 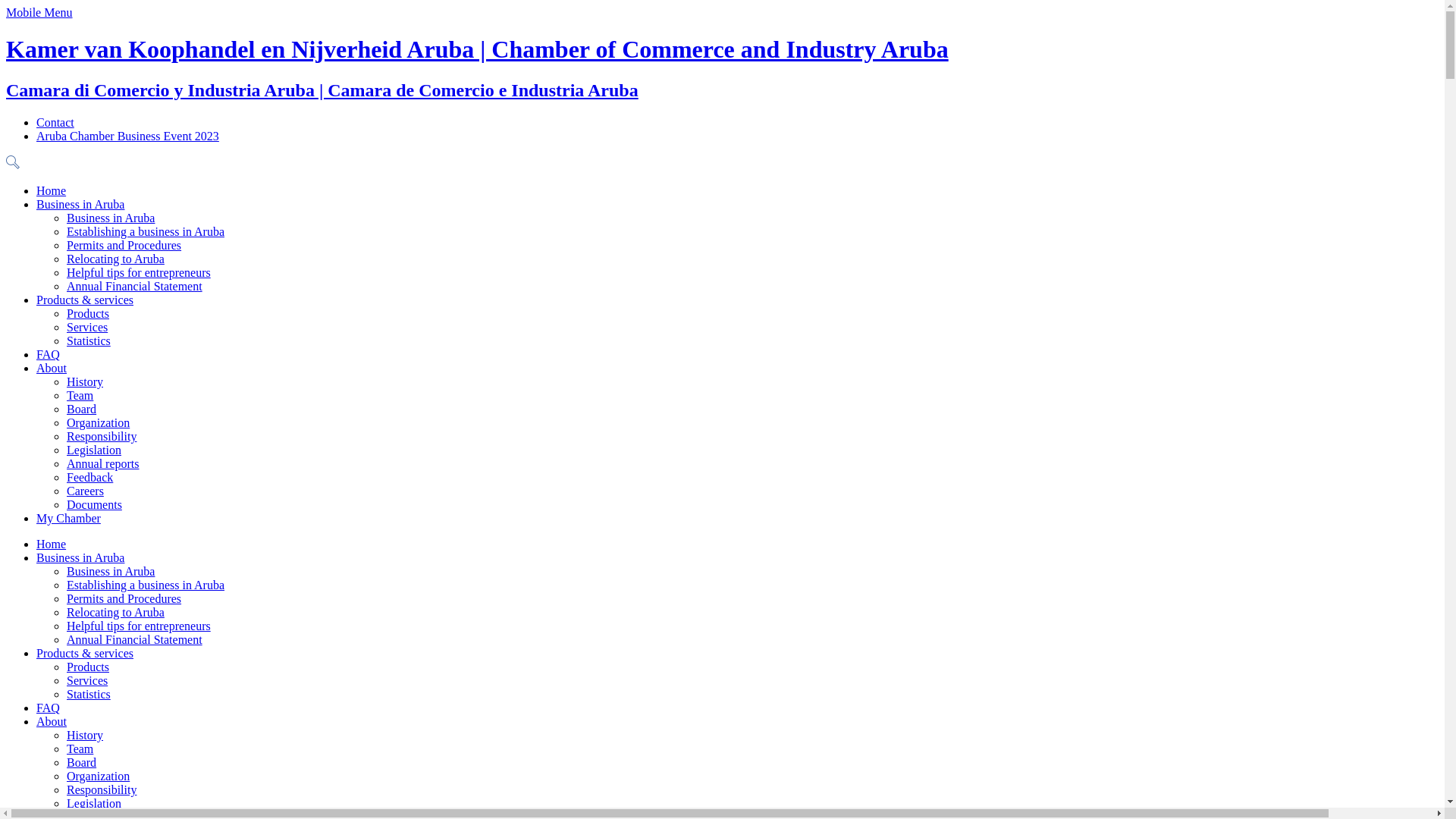 I want to click on 'Annual Financial Statement', so click(x=134, y=639).